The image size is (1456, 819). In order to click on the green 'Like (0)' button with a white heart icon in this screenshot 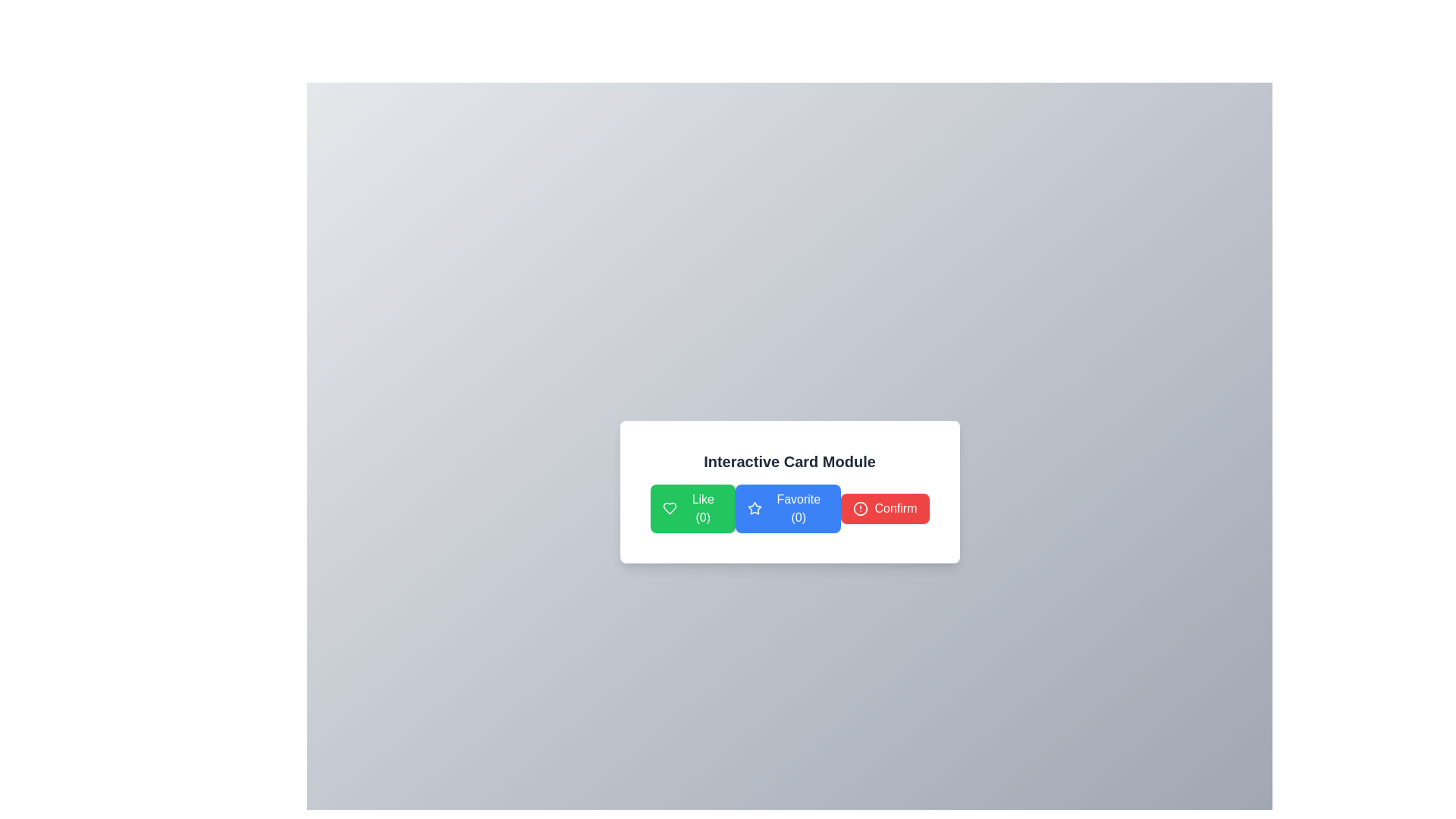, I will do `click(692, 509)`.